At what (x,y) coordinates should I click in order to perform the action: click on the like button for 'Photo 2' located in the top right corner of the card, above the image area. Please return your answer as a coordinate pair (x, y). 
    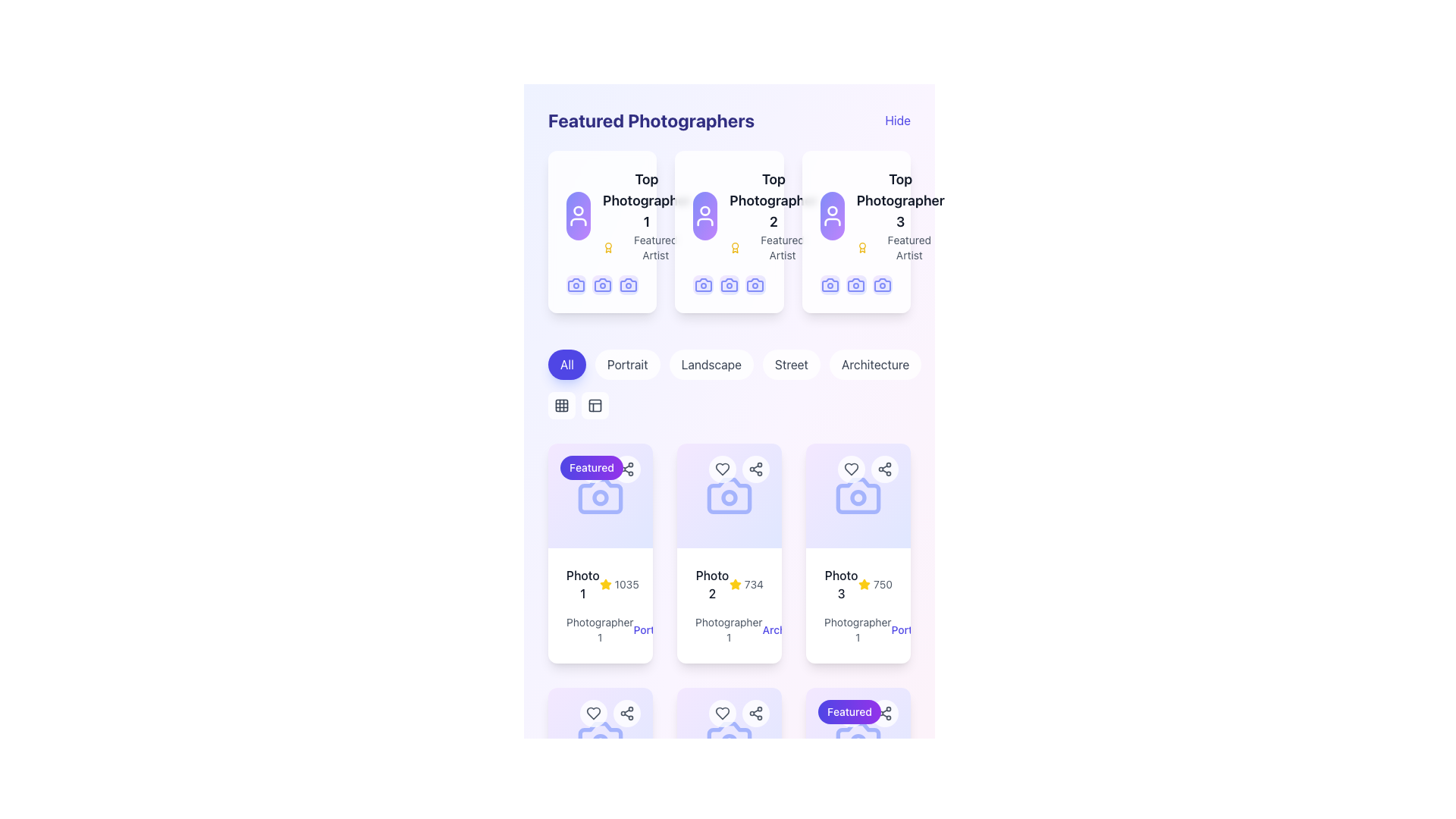
    Looking at the image, I should click on (722, 714).